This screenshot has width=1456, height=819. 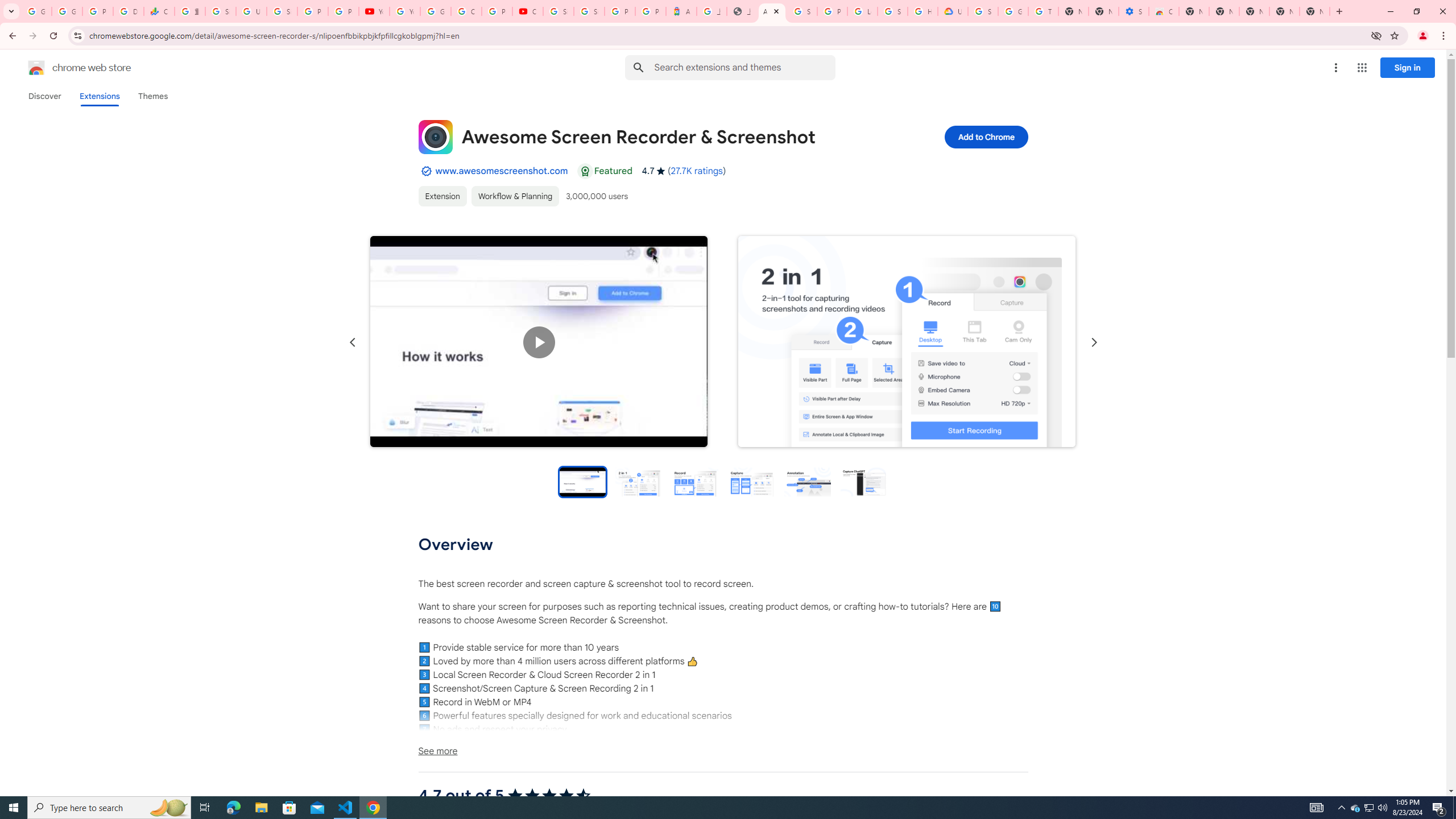 I want to click on 'Sign in - Google Accounts', so click(x=589, y=11).